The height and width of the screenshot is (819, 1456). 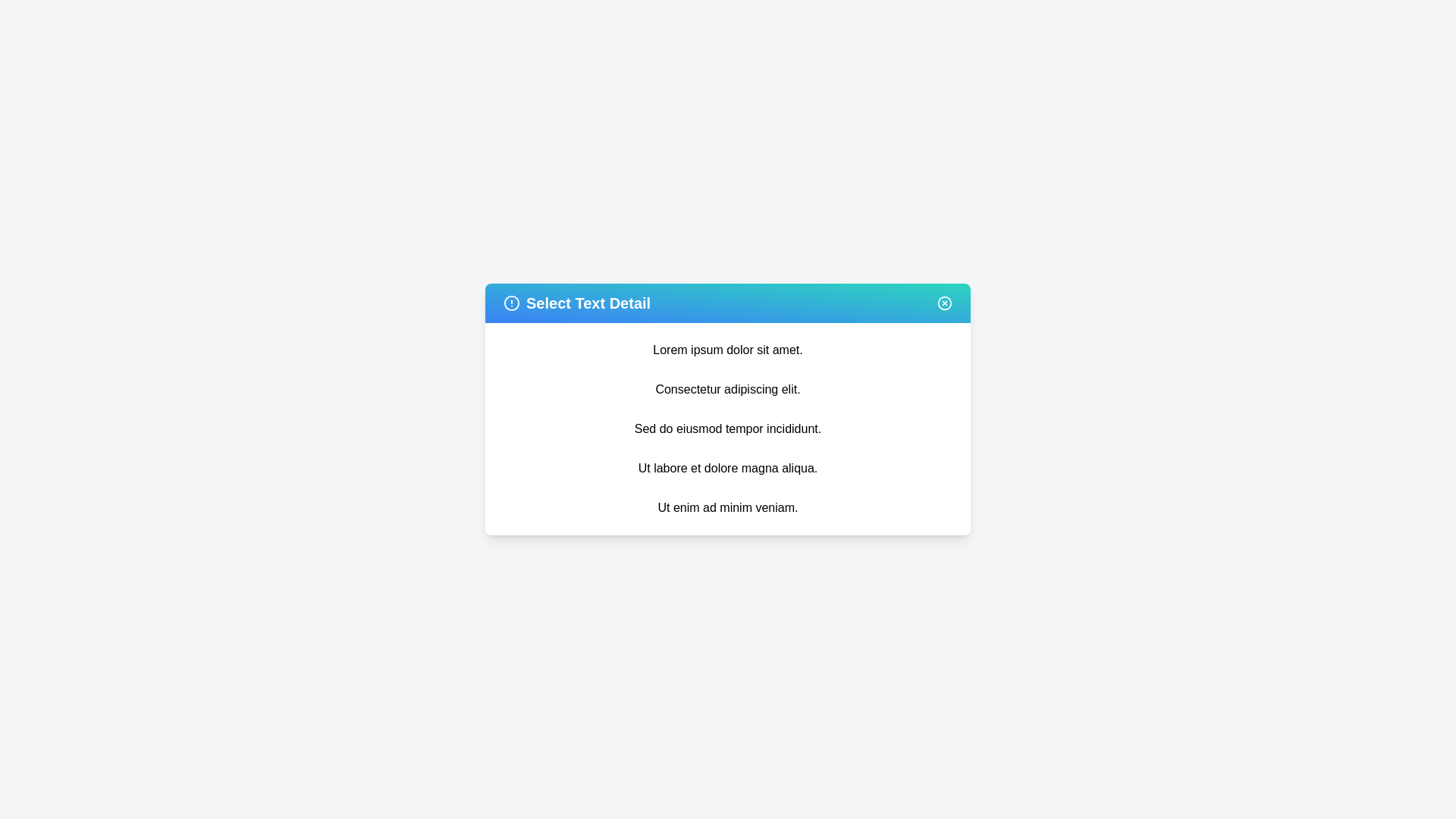 I want to click on the text item 'Consectetur adipiscing elit.' from the list, so click(x=728, y=388).